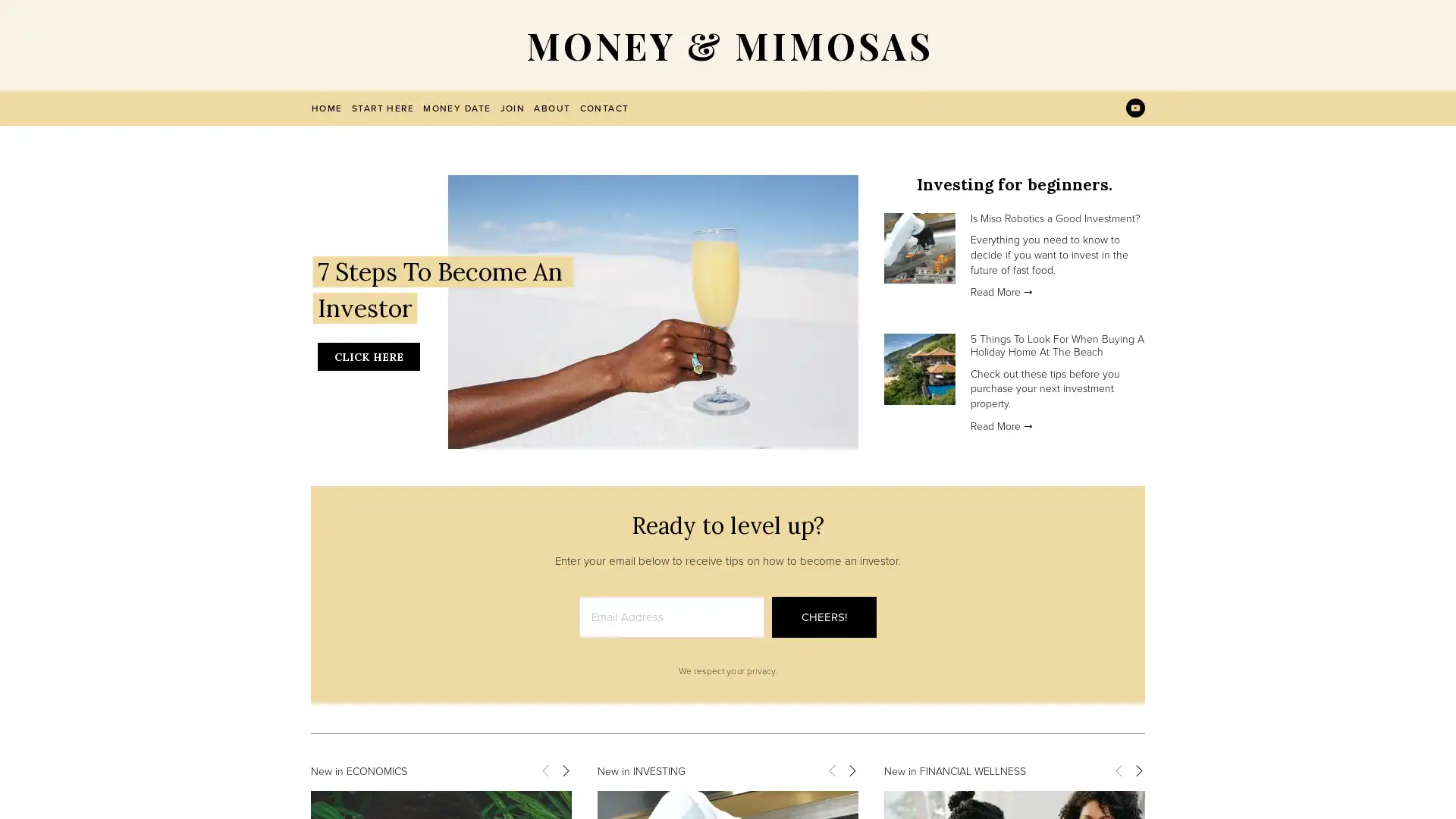  I want to click on Previous, so click(1118, 769).